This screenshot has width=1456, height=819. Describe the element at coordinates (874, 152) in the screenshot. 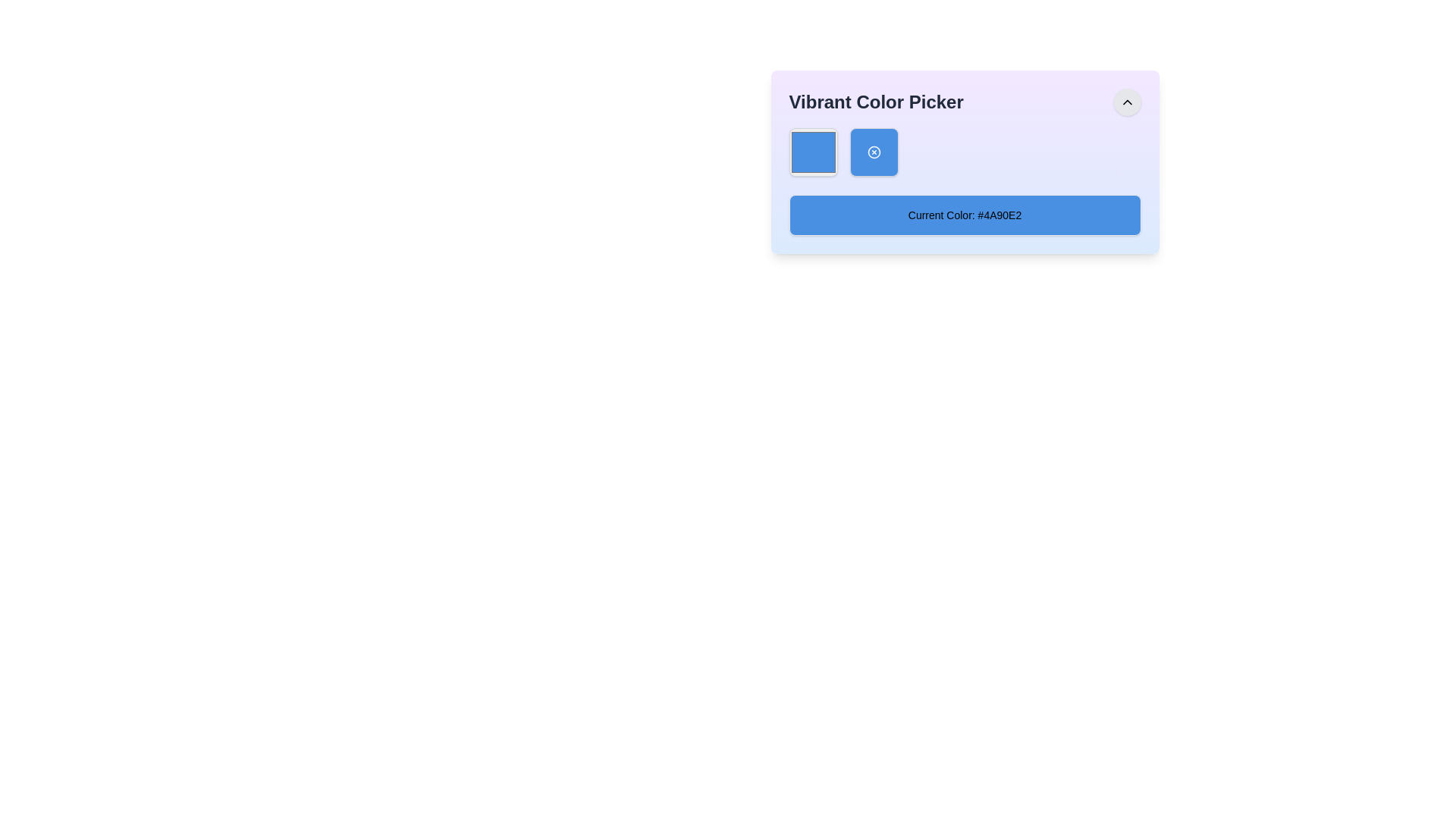

I see `the blue square-shaped button with rounded corners and a centered circle with a cross icon for interaction` at that location.